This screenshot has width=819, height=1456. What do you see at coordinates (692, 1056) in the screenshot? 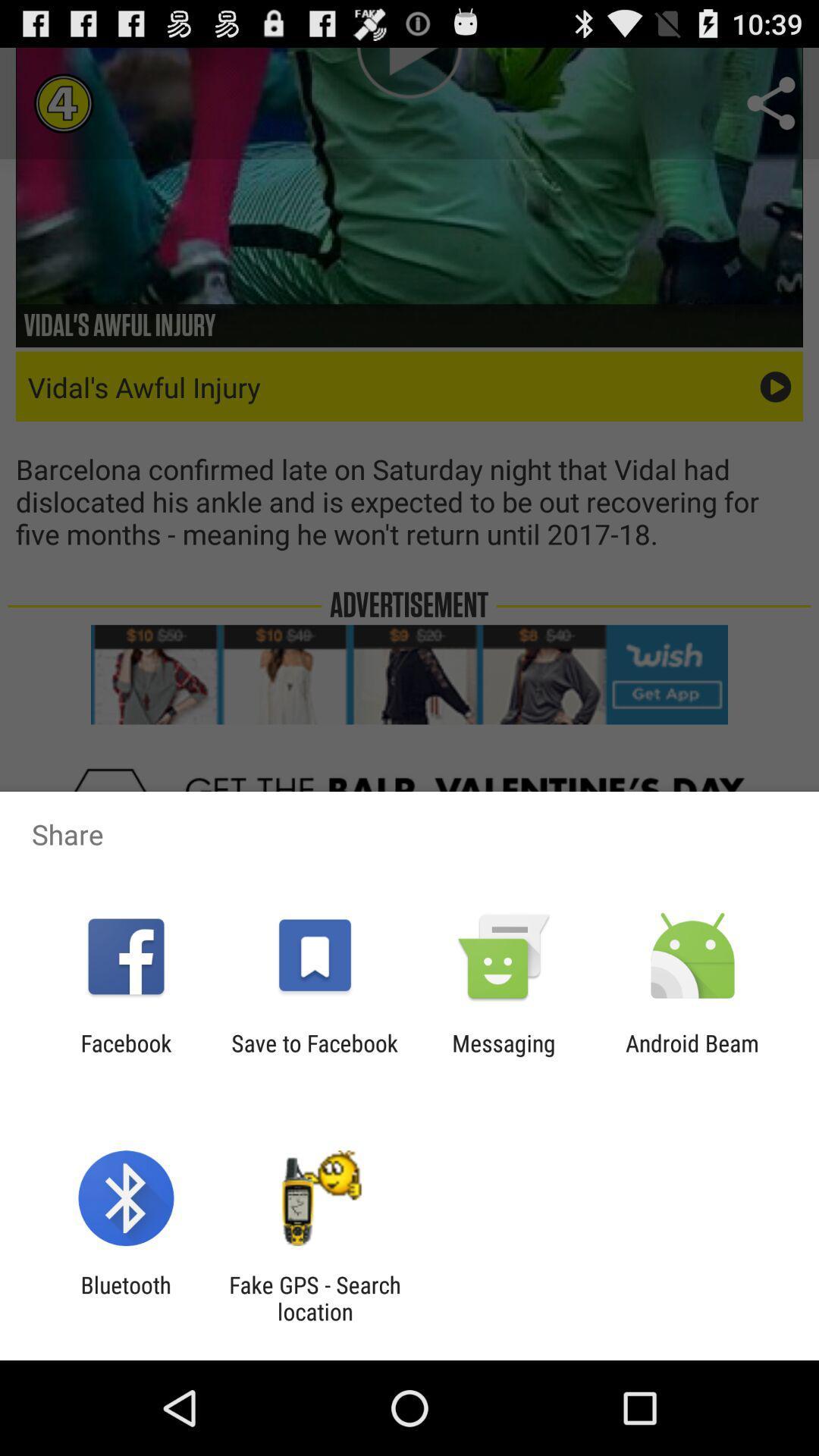
I see `android beam icon` at bounding box center [692, 1056].